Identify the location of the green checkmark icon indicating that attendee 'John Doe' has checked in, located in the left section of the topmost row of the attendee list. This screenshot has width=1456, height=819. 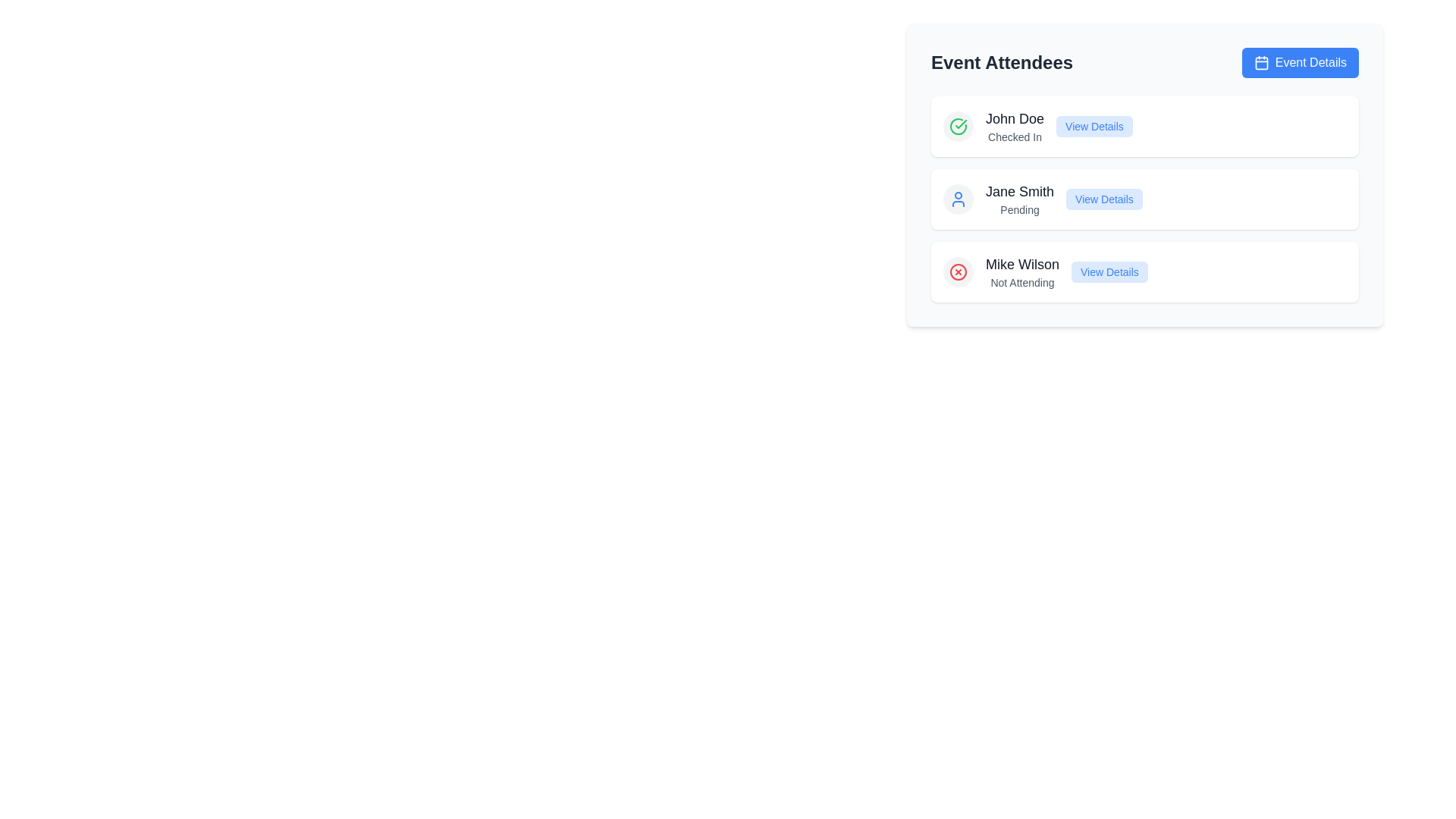
(957, 125).